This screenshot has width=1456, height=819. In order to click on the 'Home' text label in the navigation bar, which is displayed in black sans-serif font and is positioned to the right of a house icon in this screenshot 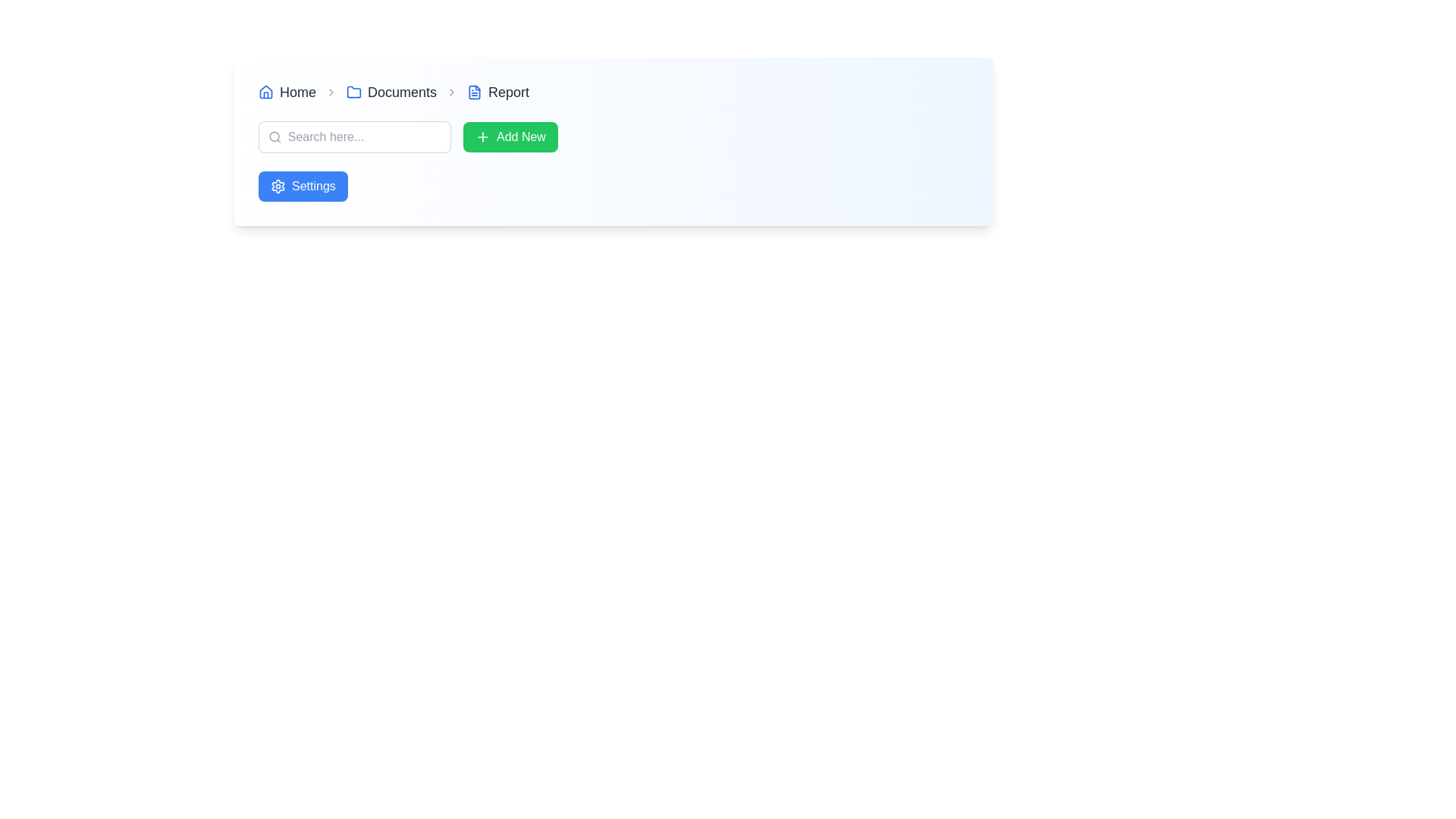, I will do `click(298, 93)`.